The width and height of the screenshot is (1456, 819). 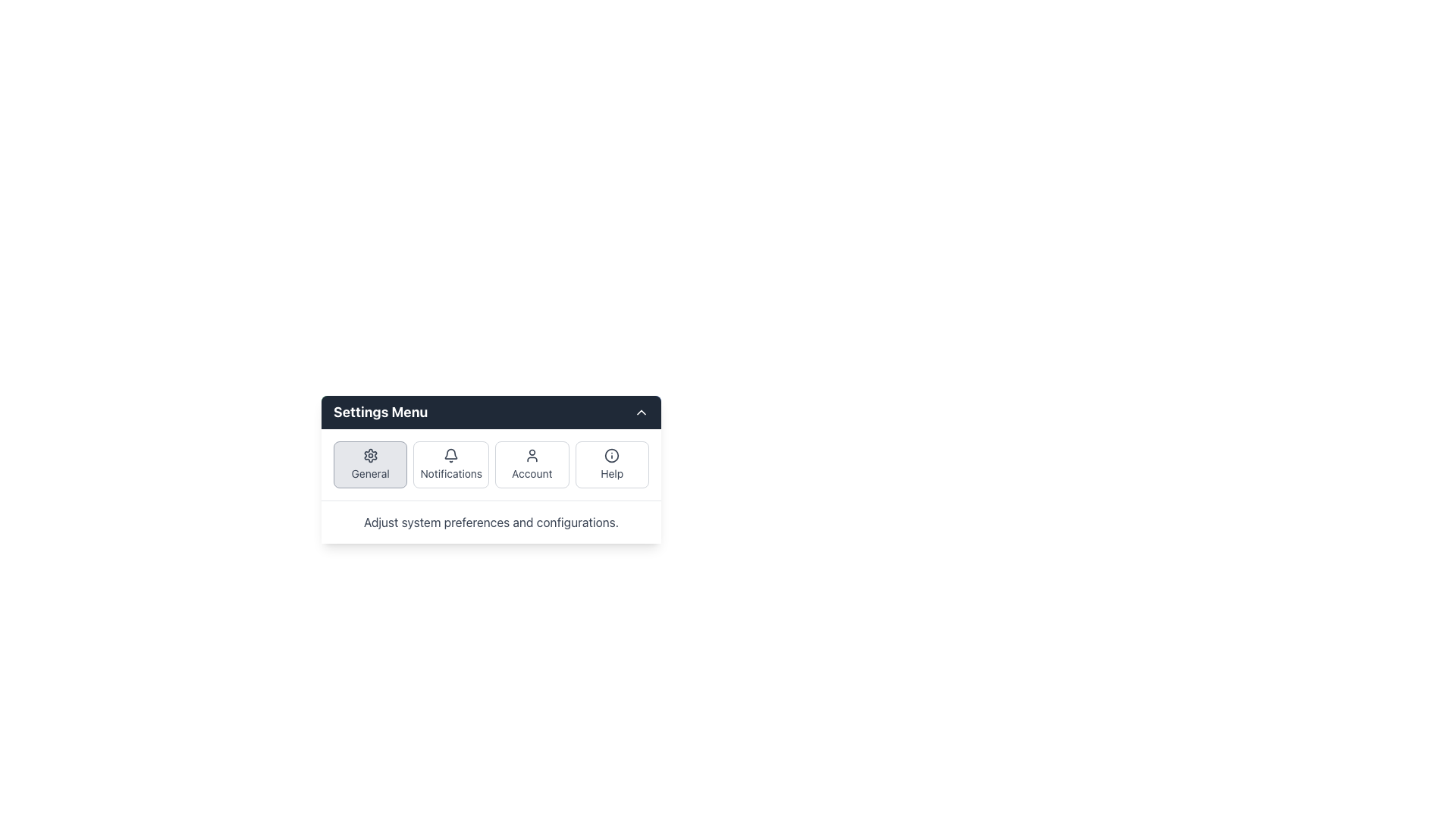 What do you see at coordinates (491, 464) in the screenshot?
I see `the 'Notifications' button in the horizontal navigation bar of the Settings Menu` at bounding box center [491, 464].